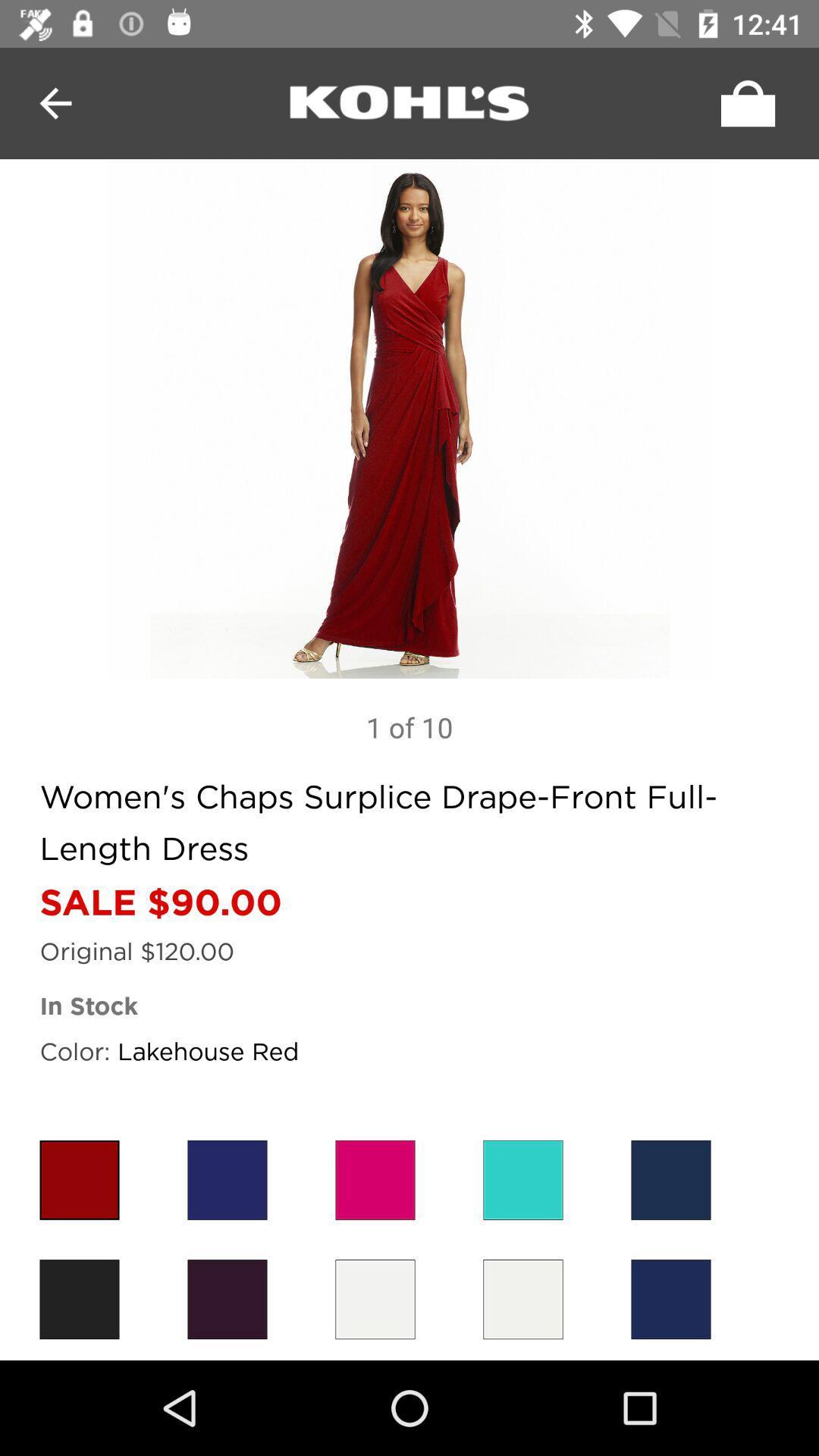 The width and height of the screenshot is (819, 1456). What do you see at coordinates (522, 1298) in the screenshot?
I see `choose the option` at bounding box center [522, 1298].